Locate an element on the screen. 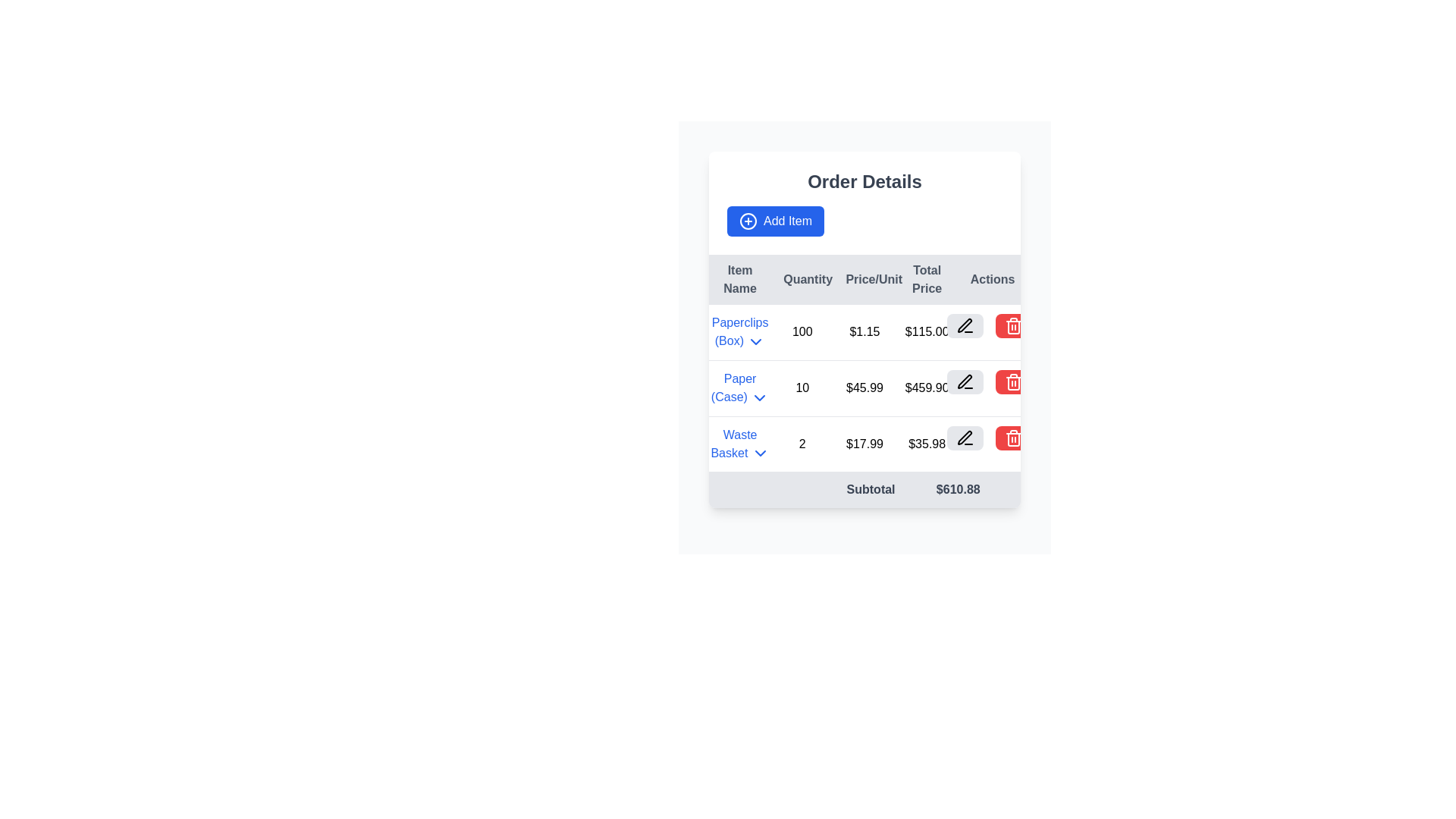  the 'Actions' header label in the table, which is the last element in the row with a bold dark gray font on a light gray background is located at coordinates (989, 280).